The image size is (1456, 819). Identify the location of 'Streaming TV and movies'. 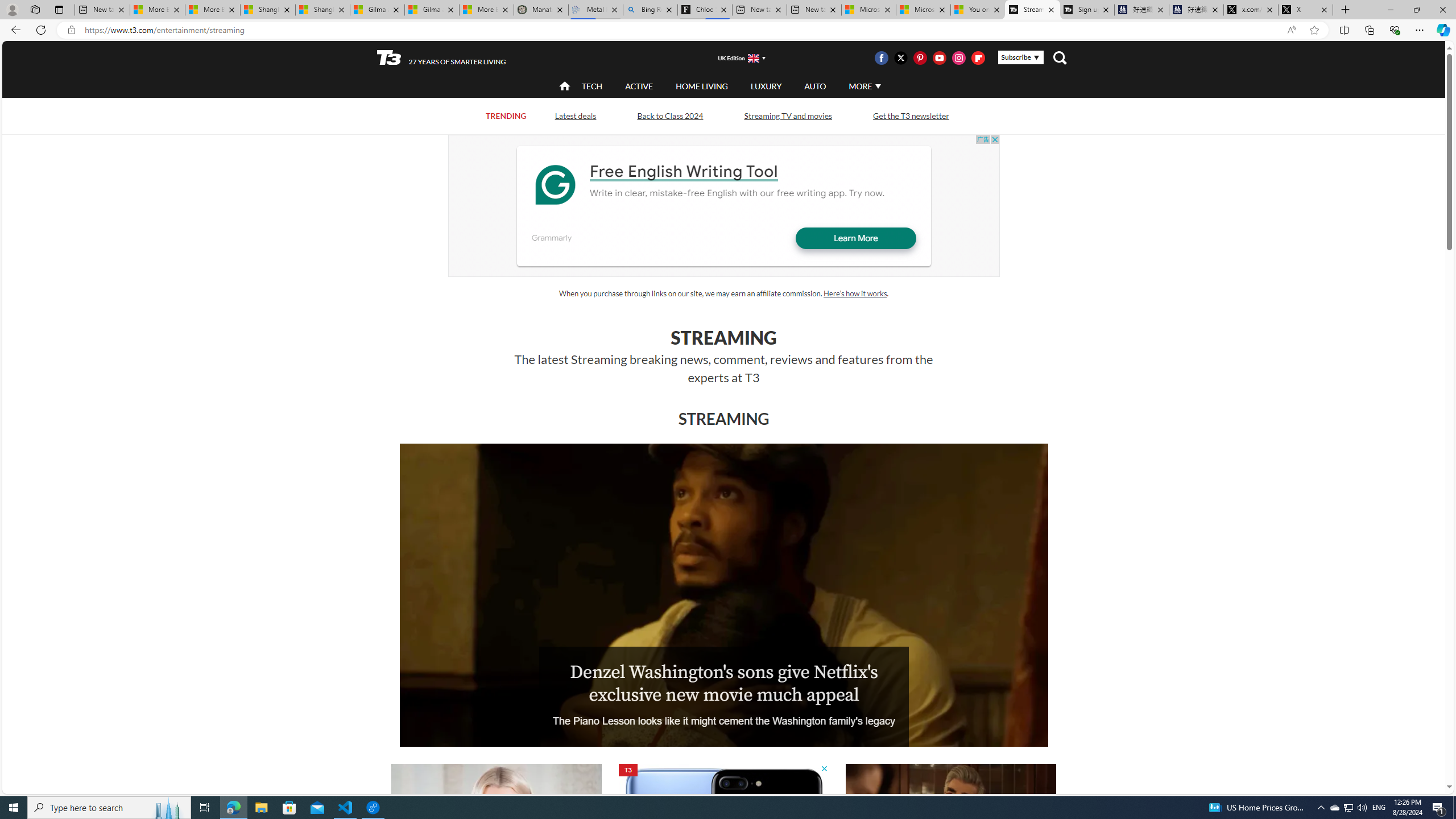
(788, 115).